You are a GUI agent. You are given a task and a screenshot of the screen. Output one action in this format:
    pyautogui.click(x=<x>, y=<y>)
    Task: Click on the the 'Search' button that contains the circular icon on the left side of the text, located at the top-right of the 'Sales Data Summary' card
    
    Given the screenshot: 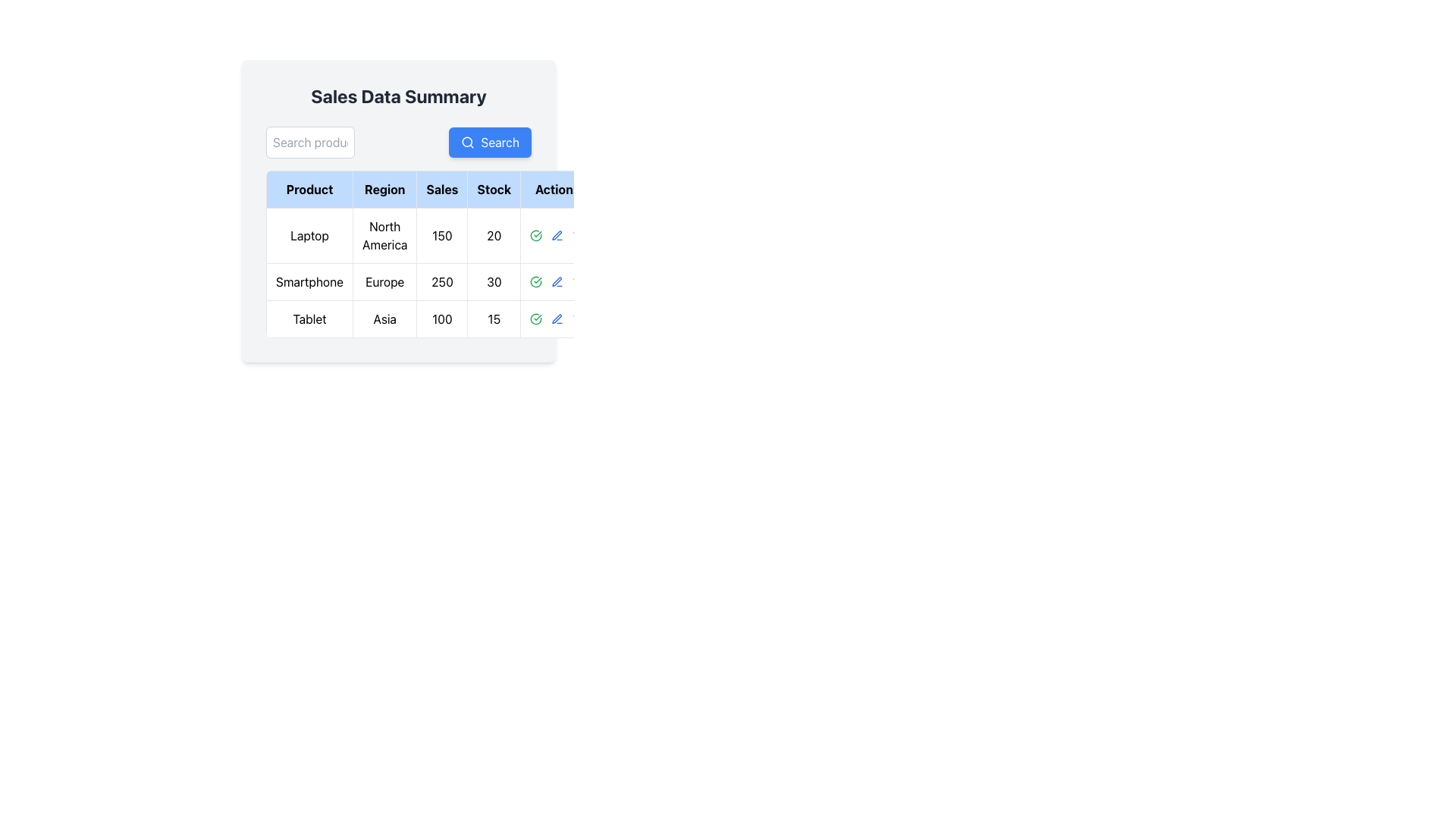 What is the action you would take?
    pyautogui.click(x=466, y=142)
    